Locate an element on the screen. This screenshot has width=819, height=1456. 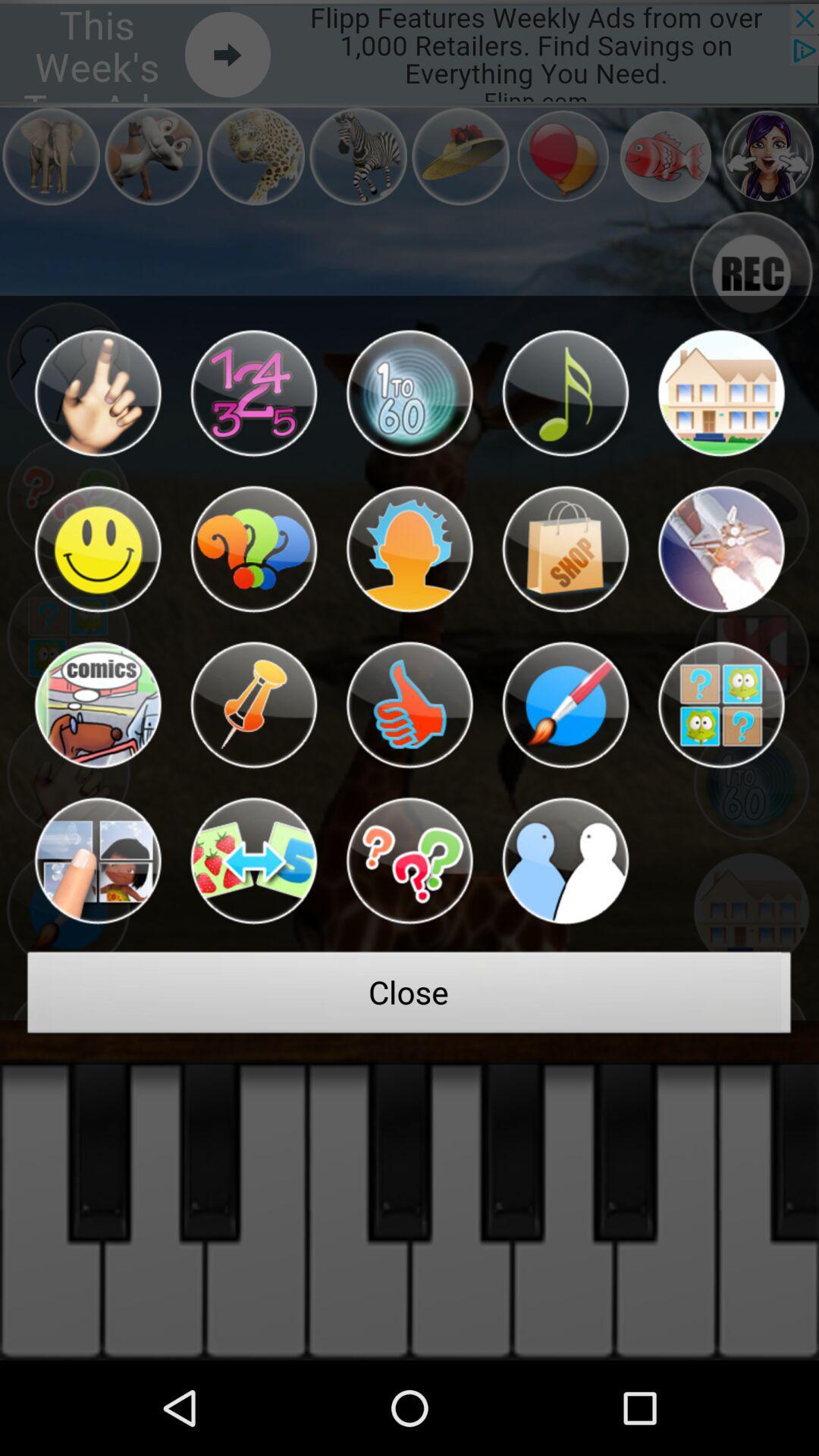
feature is located at coordinates (97, 704).